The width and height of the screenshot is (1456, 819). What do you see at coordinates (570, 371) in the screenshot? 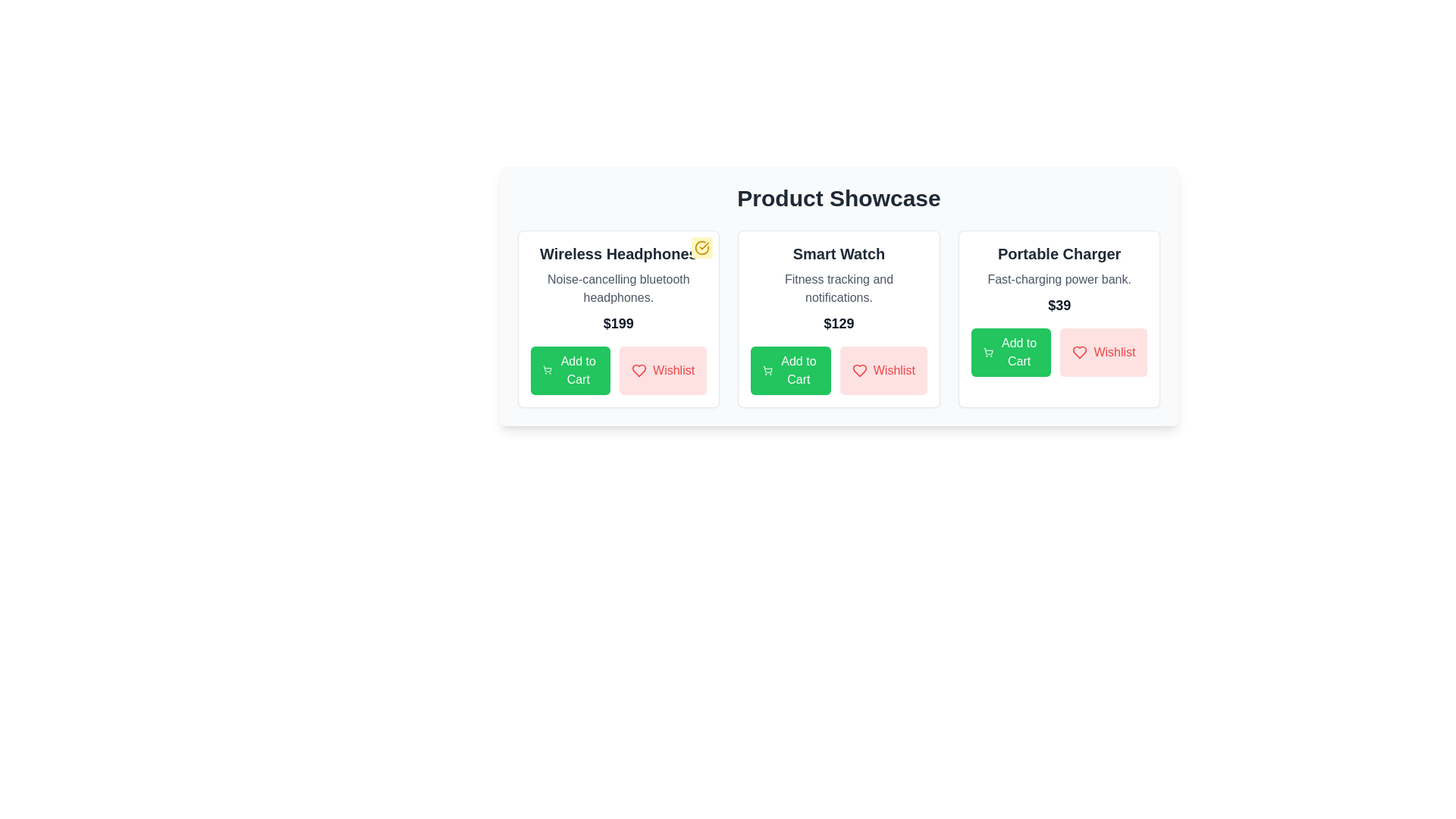
I see `the 'Add to Cart' button for the product identified by Wireless Headphones` at bounding box center [570, 371].